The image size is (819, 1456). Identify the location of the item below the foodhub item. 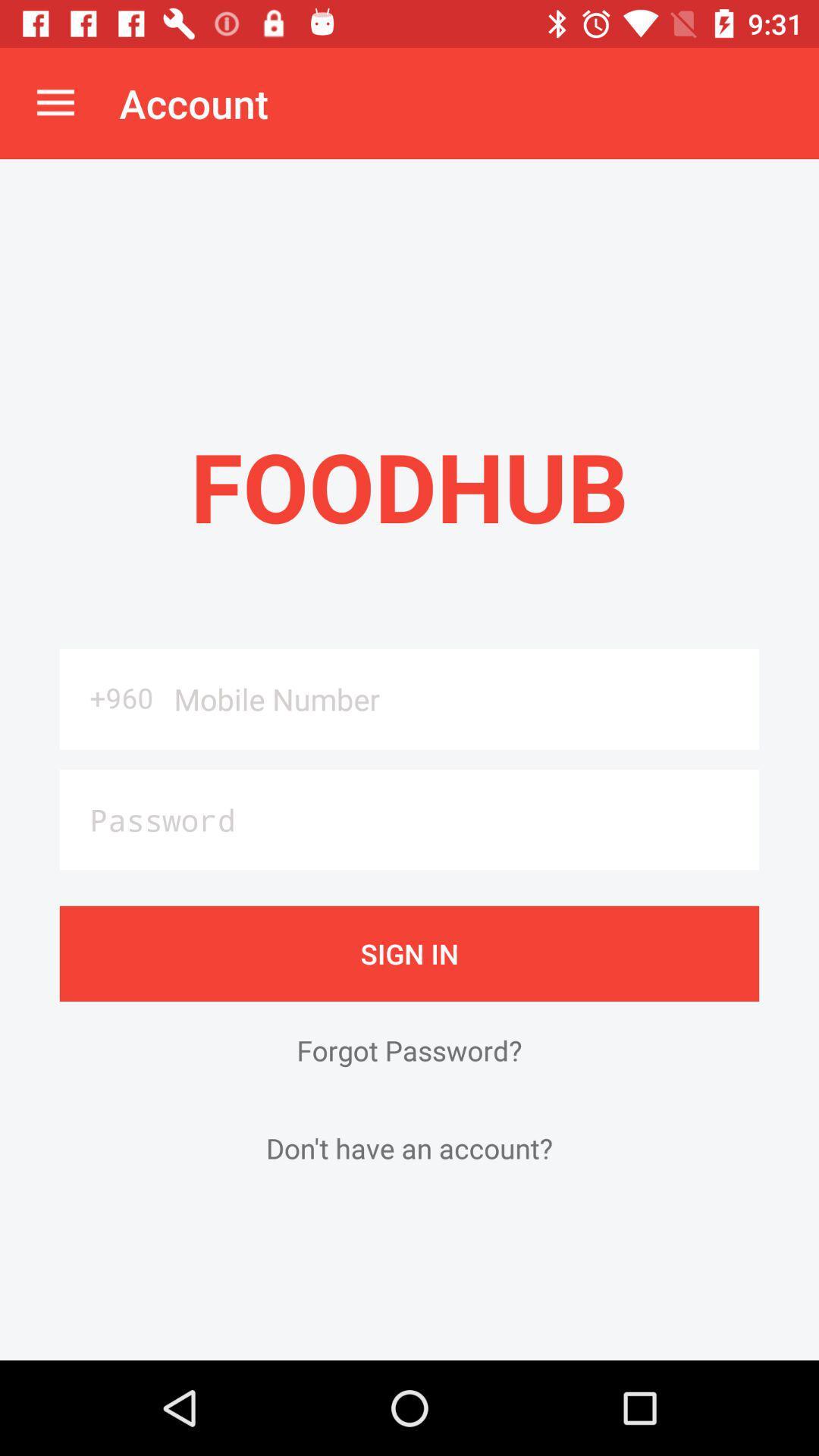
(460, 698).